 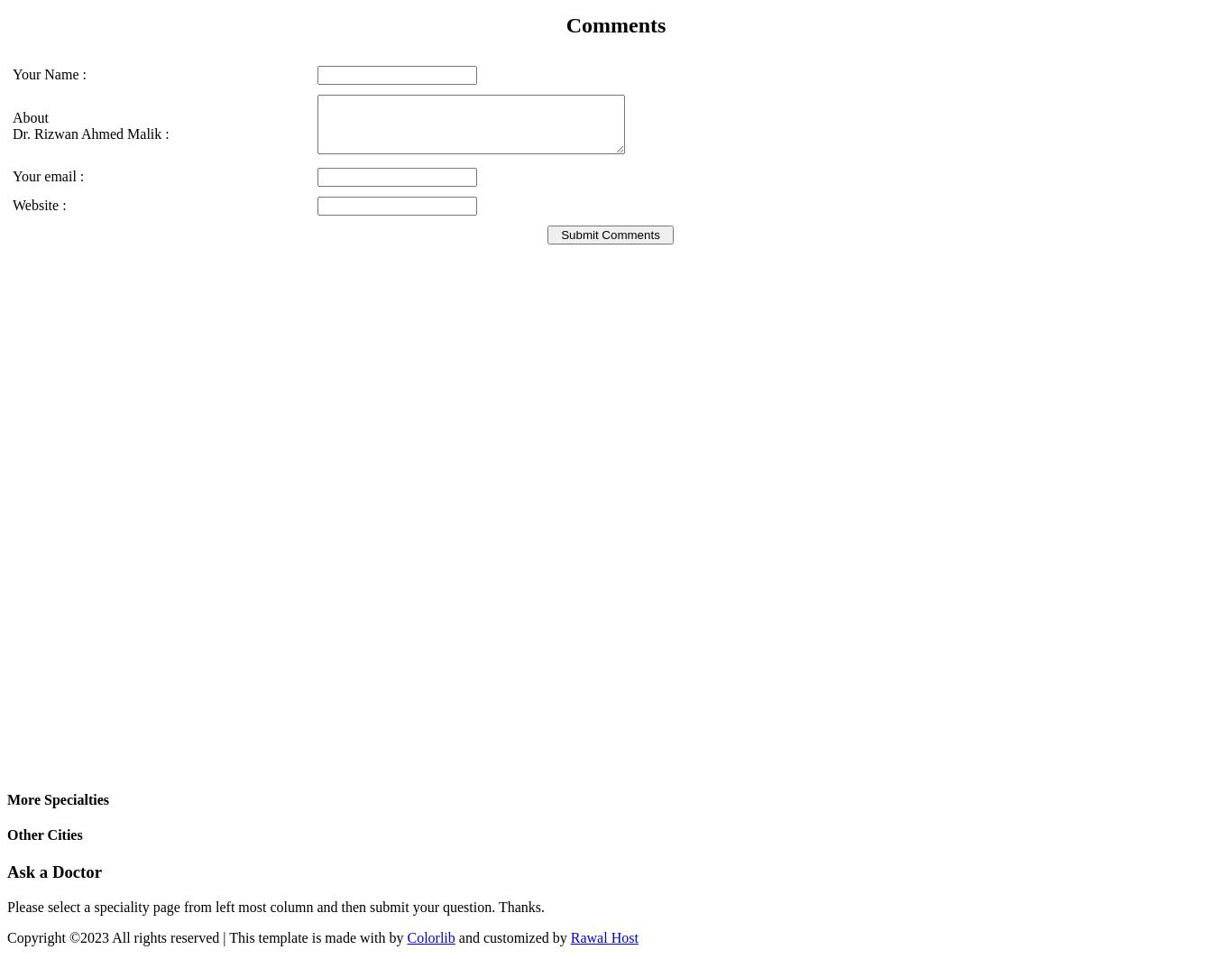 What do you see at coordinates (44, 834) in the screenshot?
I see `'Other Cities'` at bounding box center [44, 834].